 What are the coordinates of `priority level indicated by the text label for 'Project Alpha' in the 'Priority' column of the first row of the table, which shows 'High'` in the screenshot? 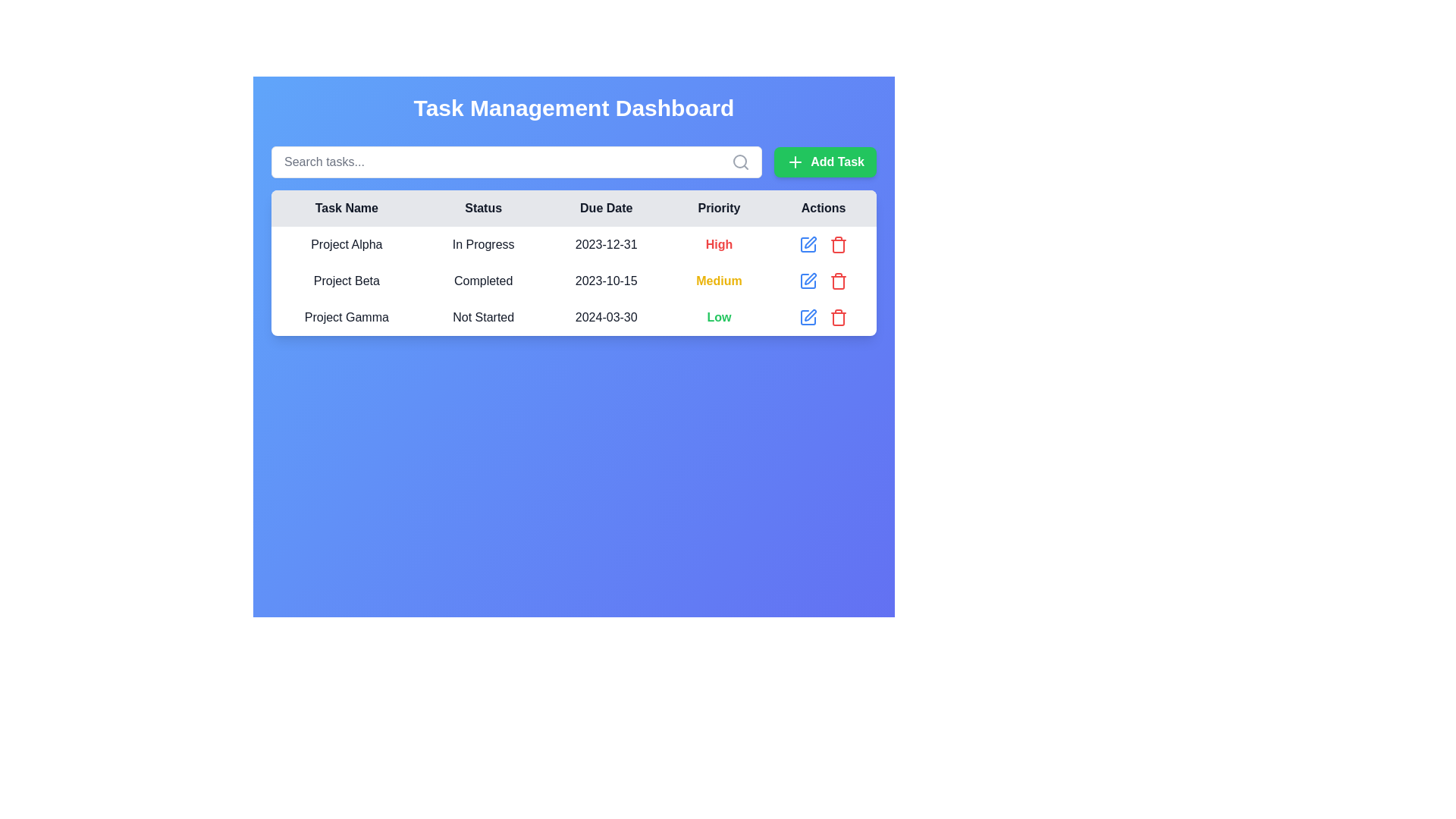 It's located at (718, 244).